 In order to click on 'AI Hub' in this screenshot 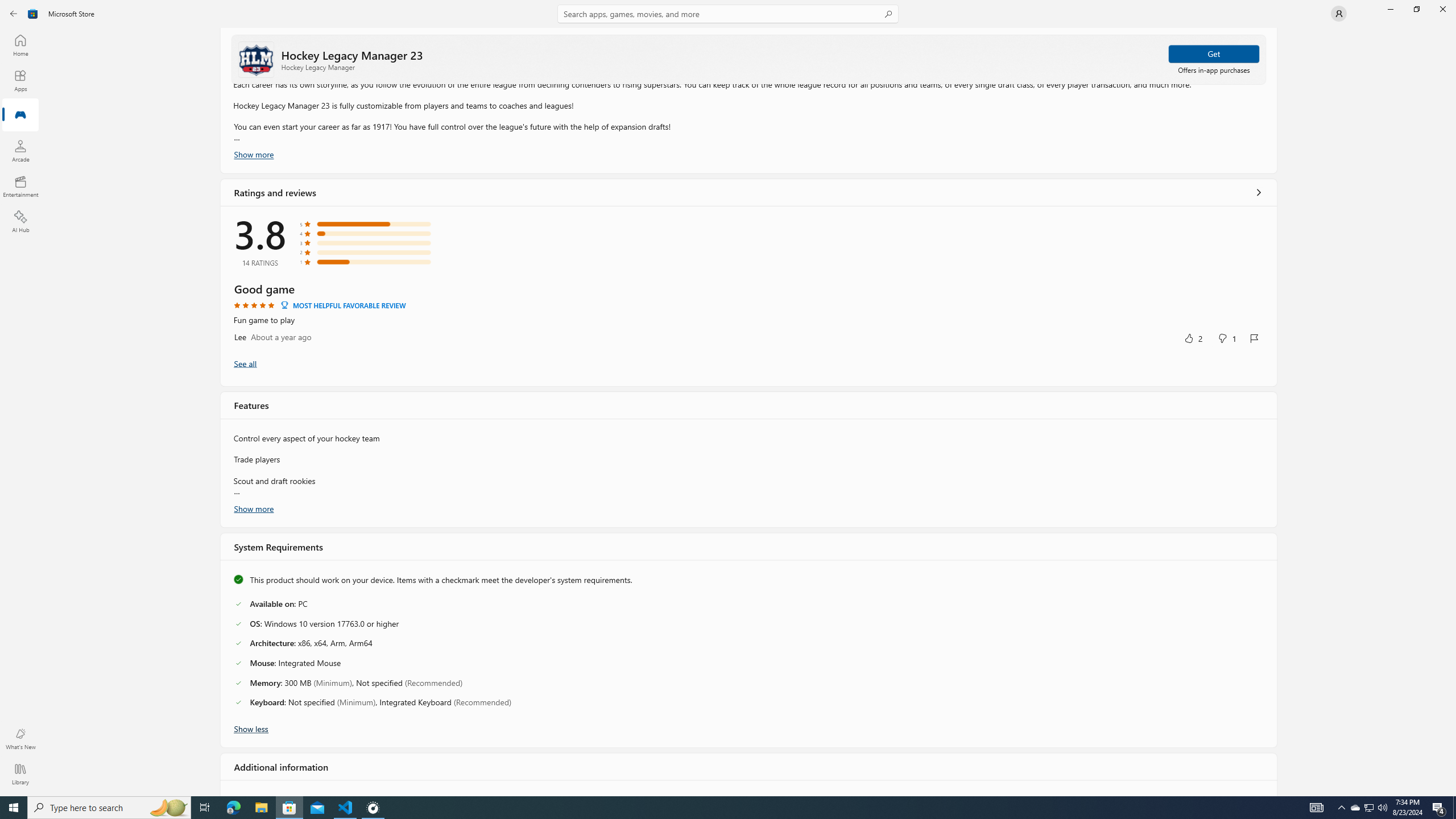, I will do `click(19, 221)`.